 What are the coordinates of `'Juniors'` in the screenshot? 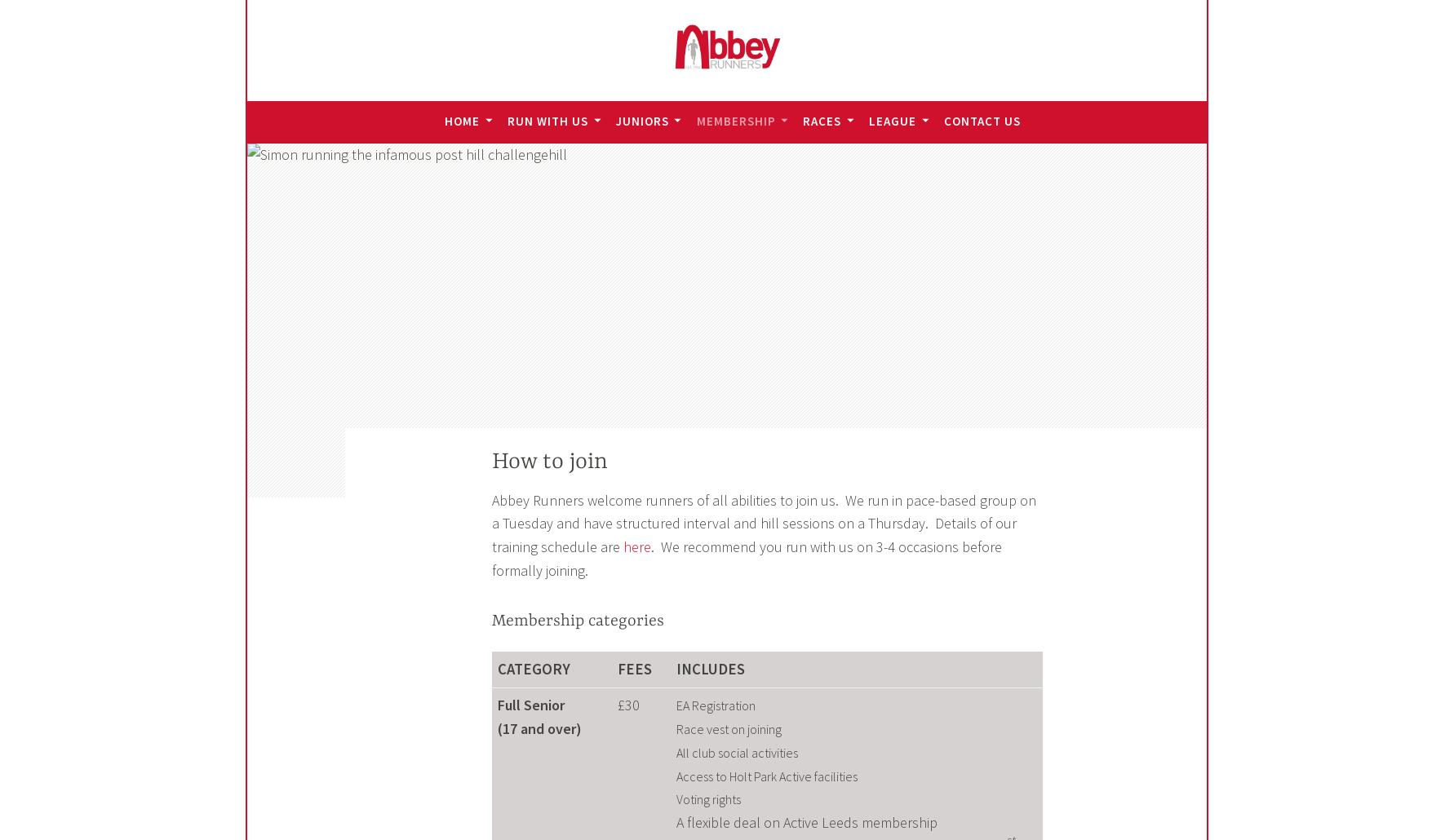 It's located at (614, 119).